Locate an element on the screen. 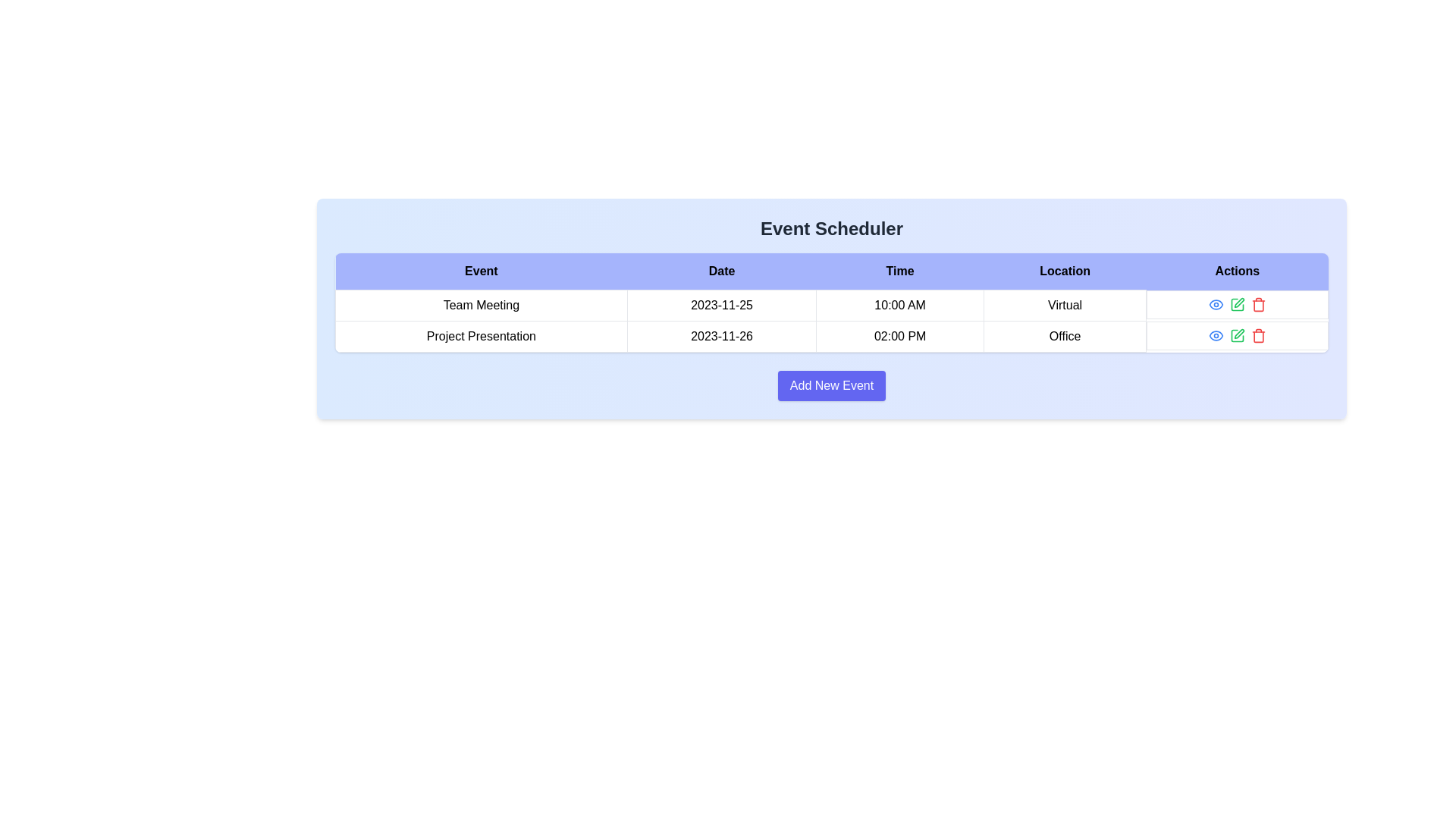 This screenshot has height=819, width=1456. the Text label indicating the date for the 'Team Meeting' event, located in the second column of the first row in the table under the 'Date' column is located at coordinates (721, 305).